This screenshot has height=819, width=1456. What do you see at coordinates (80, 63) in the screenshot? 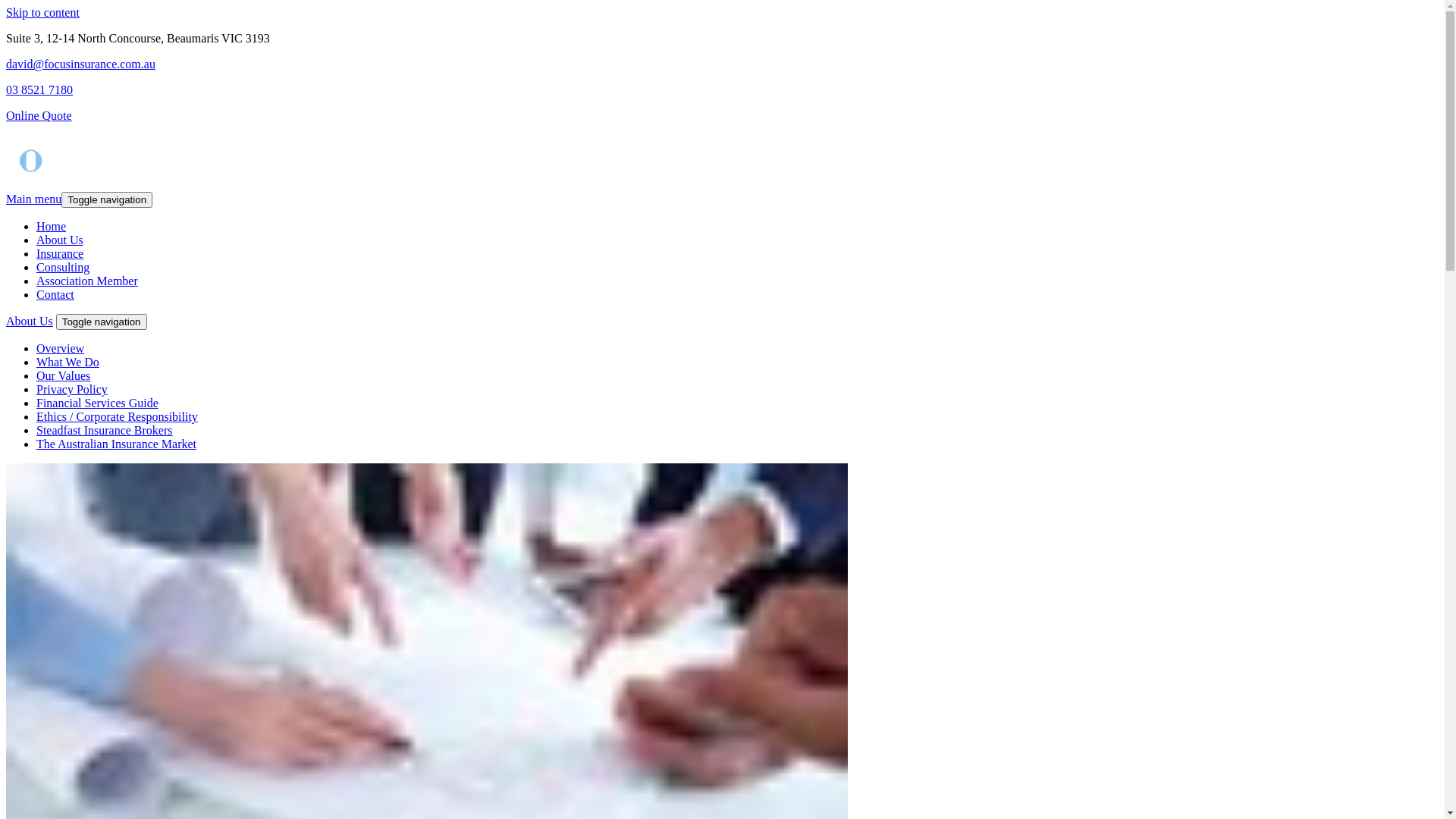
I see `'david@focusinsurance.com.au'` at bounding box center [80, 63].